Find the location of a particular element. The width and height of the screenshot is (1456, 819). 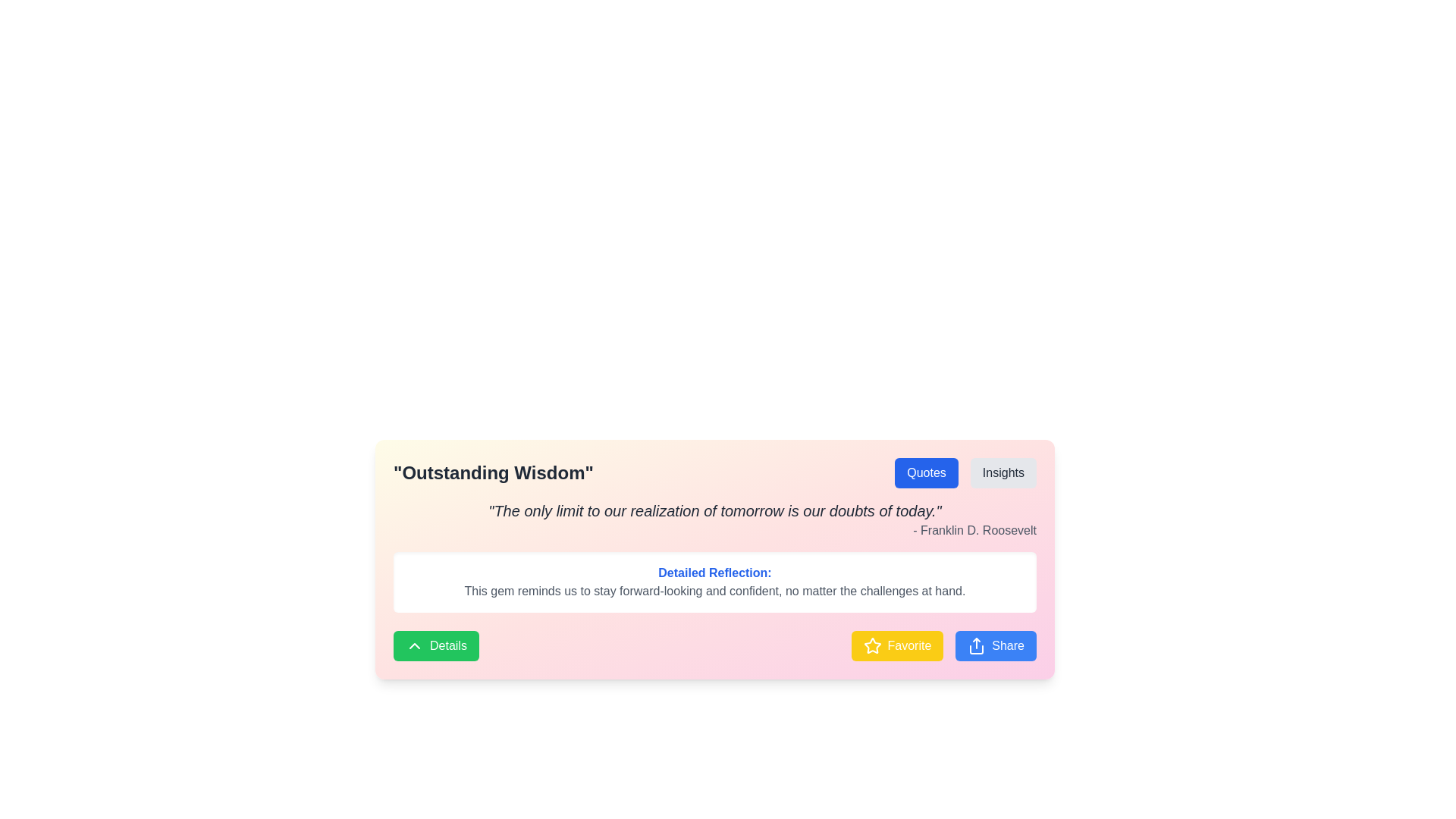

the blue upward arrow icon within the 'Share' button is located at coordinates (977, 646).